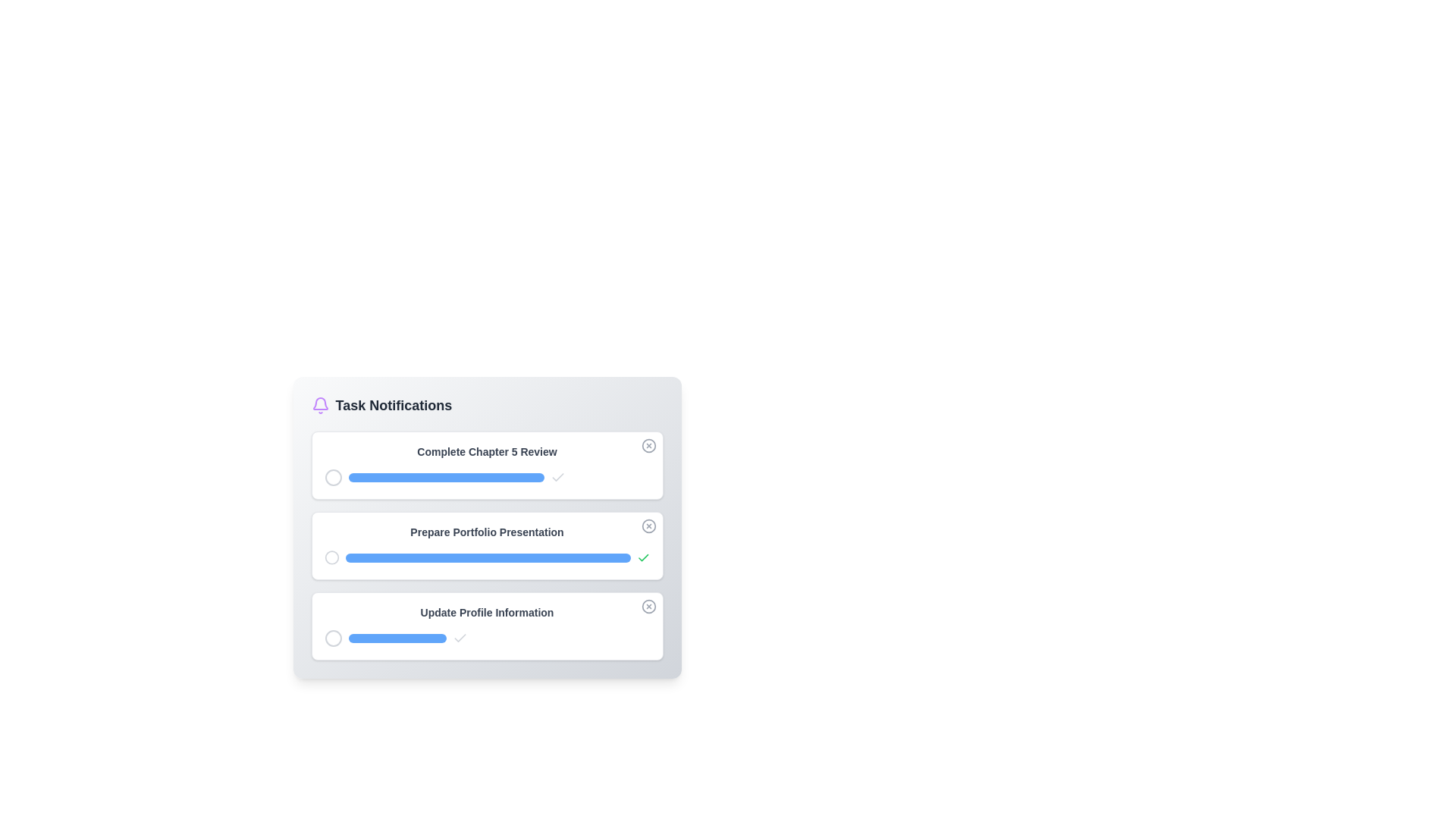  What do you see at coordinates (648, 444) in the screenshot?
I see `close button for the notification titled 'Complete Chapter 5 Review'` at bounding box center [648, 444].